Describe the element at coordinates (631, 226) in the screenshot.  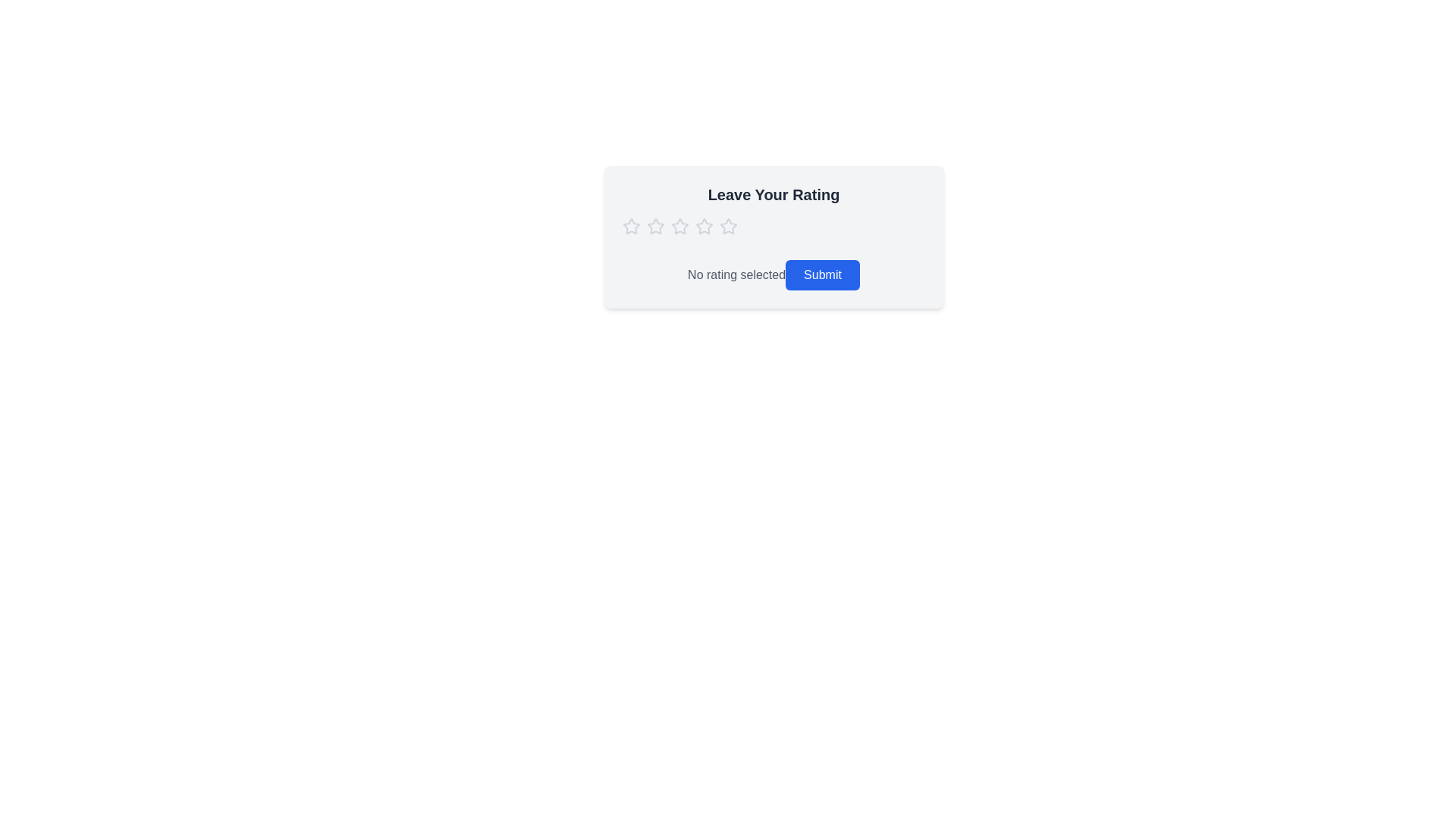
I see `the first interactive rating star in the 5-star rating system` at that location.